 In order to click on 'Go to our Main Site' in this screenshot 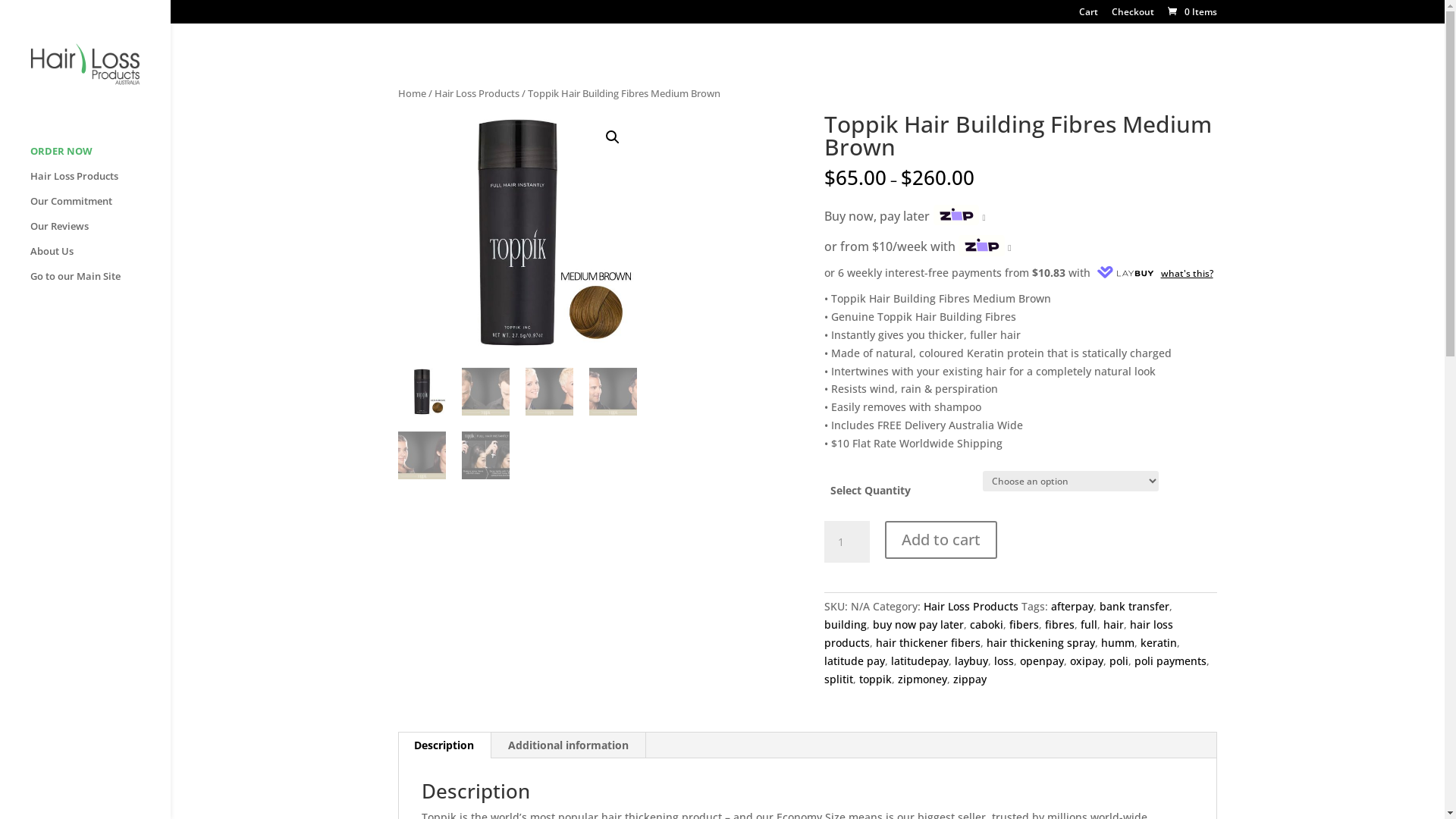, I will do `click(99, 283)`.